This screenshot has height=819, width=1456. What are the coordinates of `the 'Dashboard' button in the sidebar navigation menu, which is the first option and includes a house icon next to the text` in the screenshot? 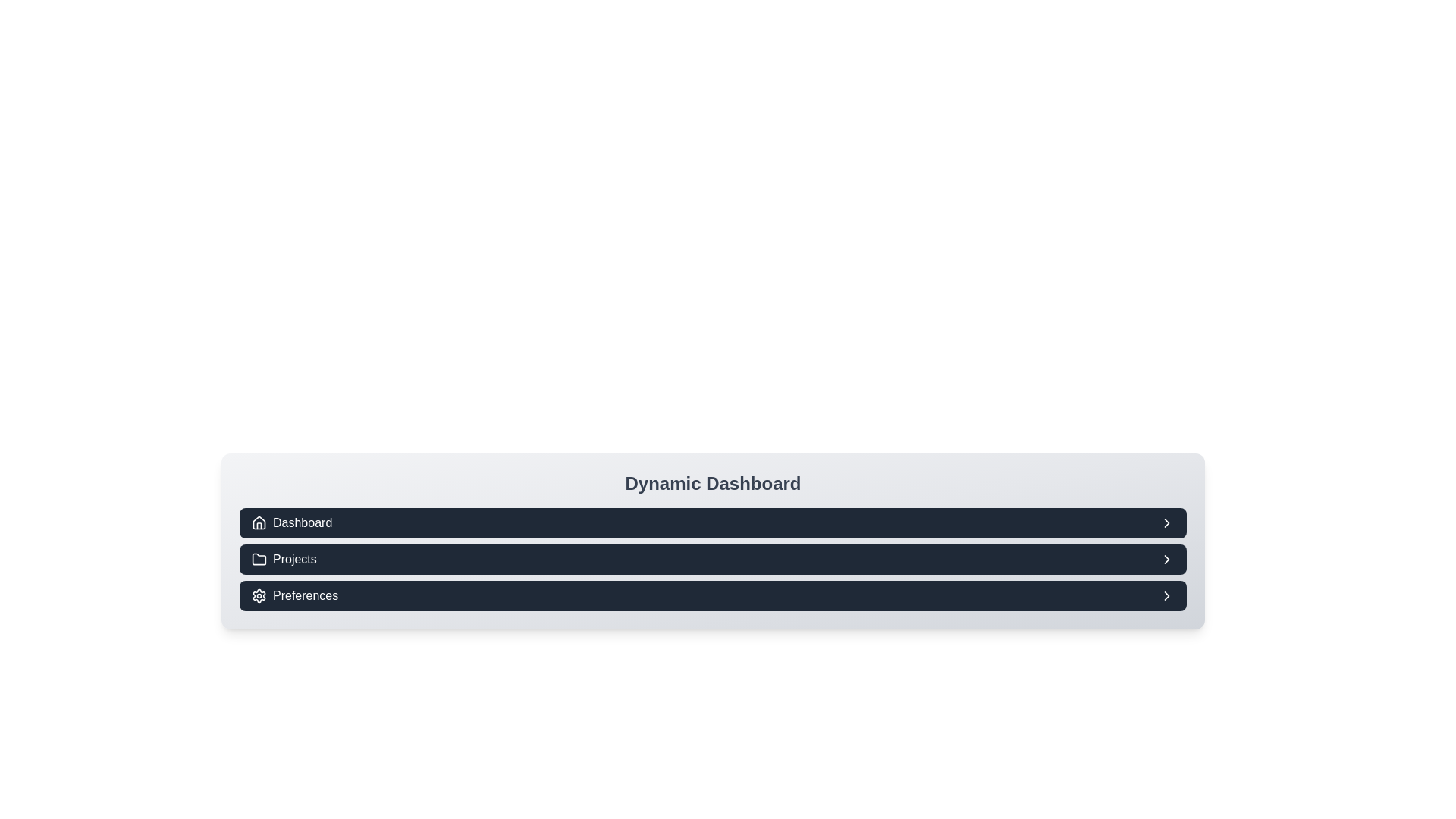 It's located at (292, 522).